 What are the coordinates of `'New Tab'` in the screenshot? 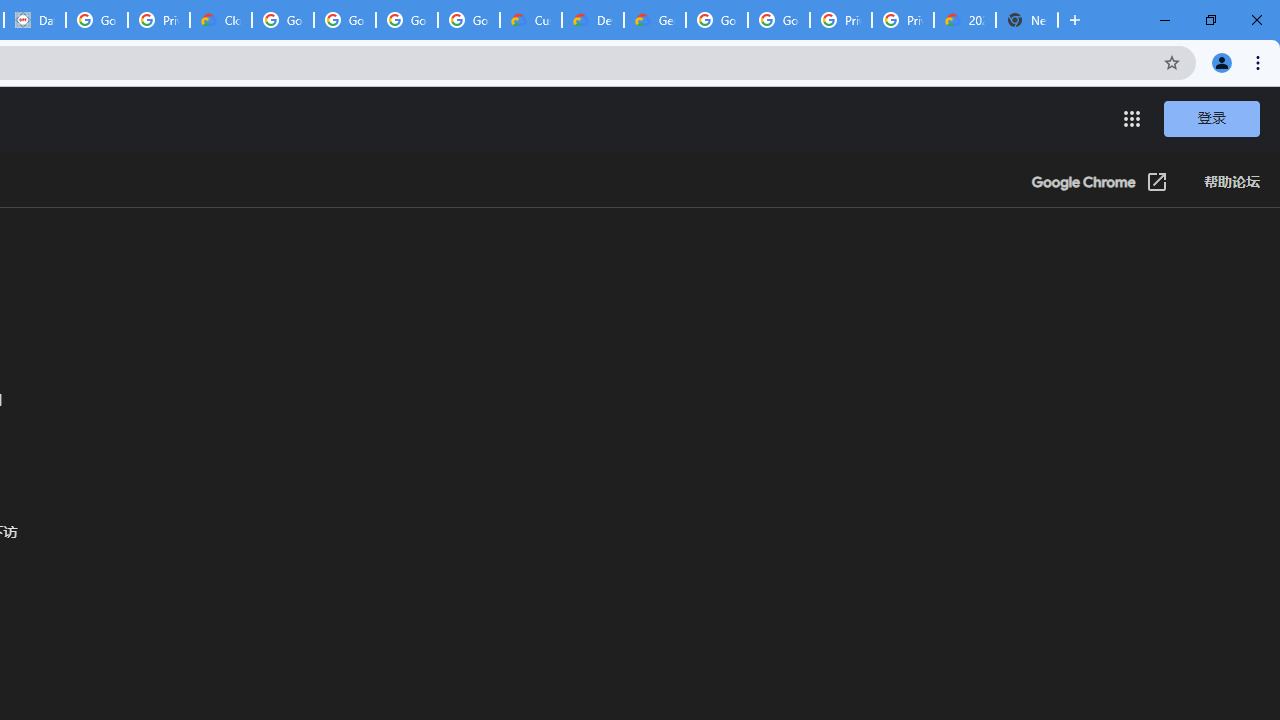 It's located at (1027, 20).